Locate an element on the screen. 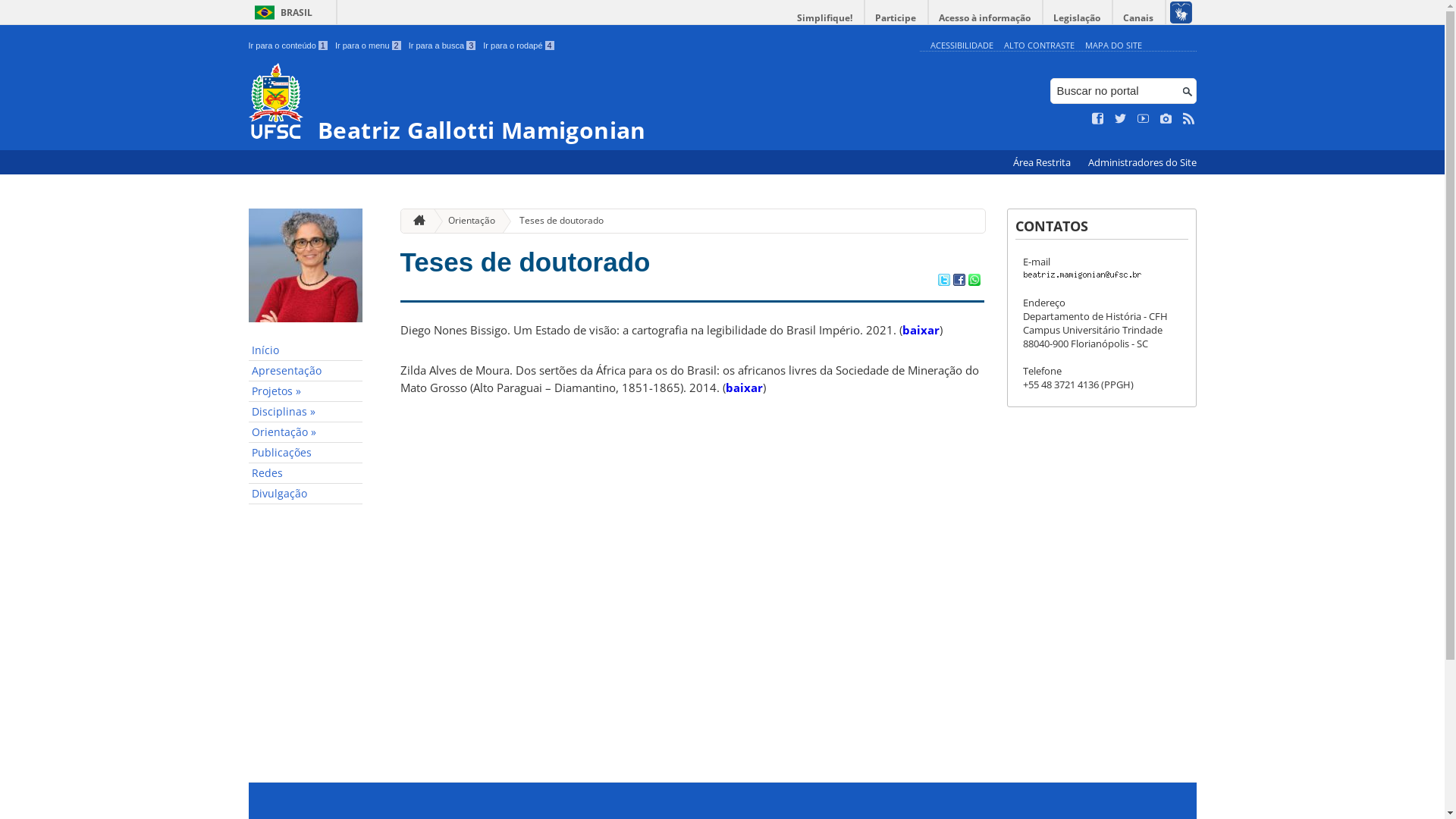  'Canais' is located at coordinates (1139, 17).